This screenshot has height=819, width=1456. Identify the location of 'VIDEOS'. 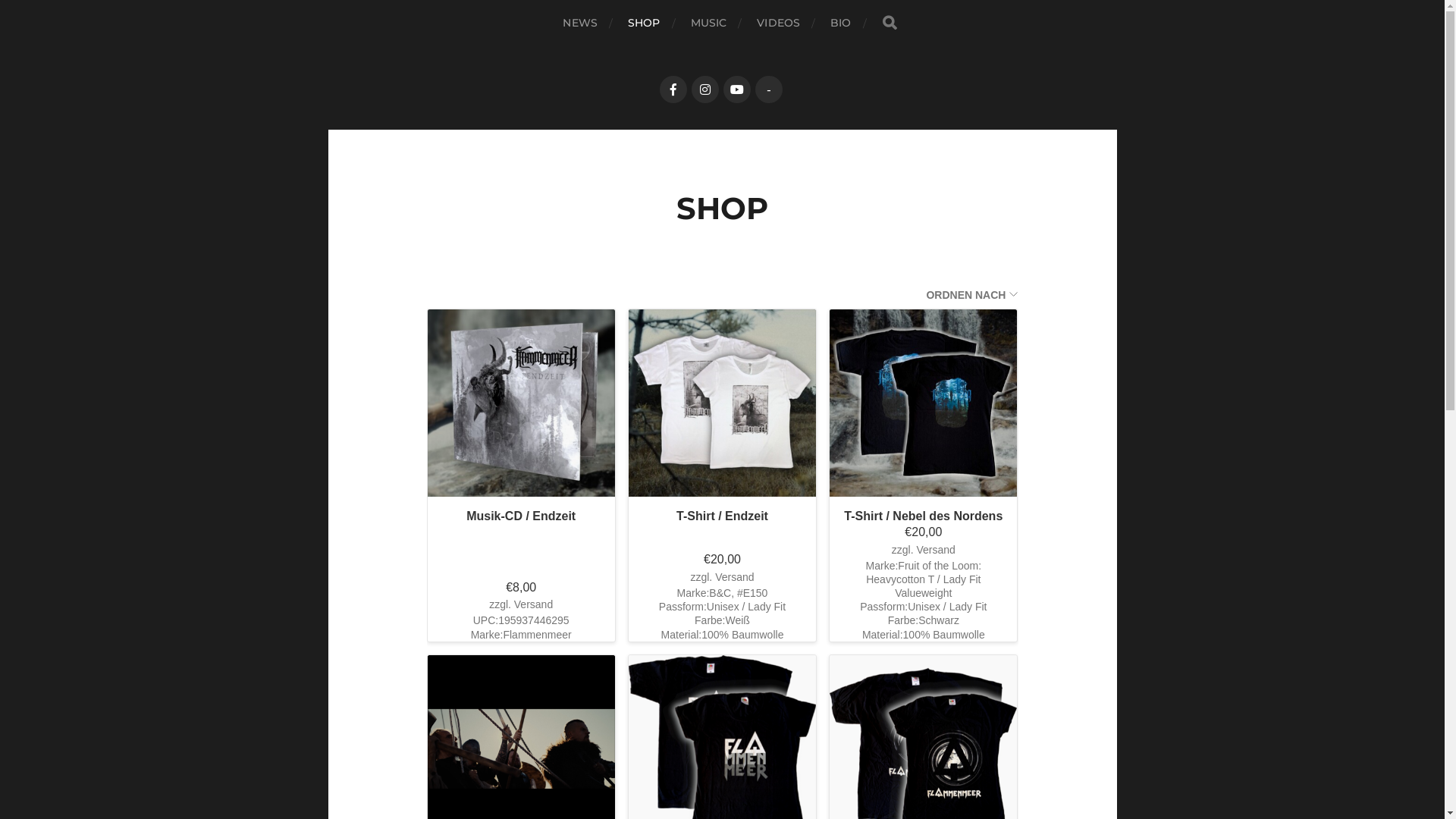
(778, 23).